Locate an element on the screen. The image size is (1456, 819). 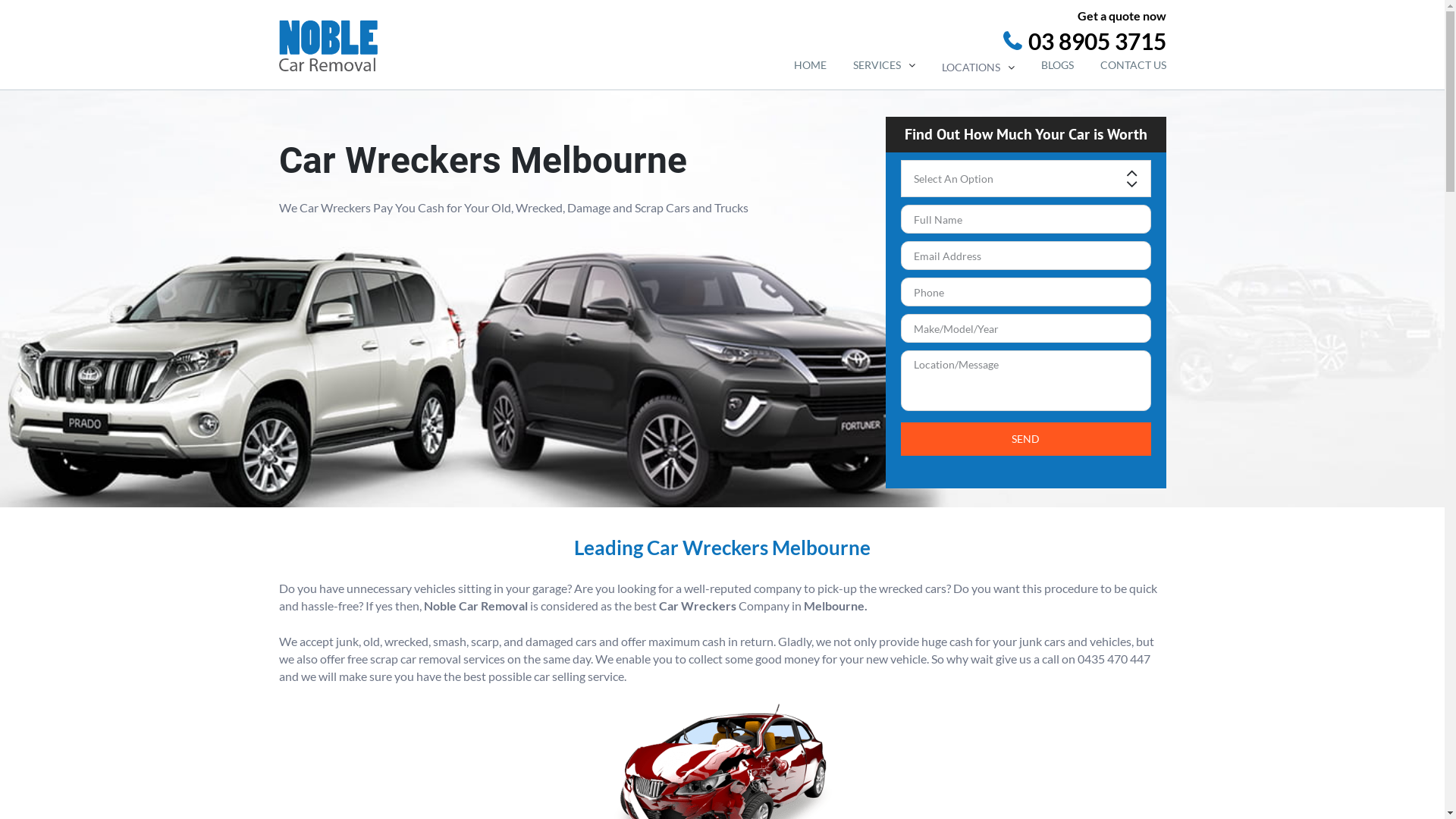
'BLOGS' is located at coordinates (1056, 64).